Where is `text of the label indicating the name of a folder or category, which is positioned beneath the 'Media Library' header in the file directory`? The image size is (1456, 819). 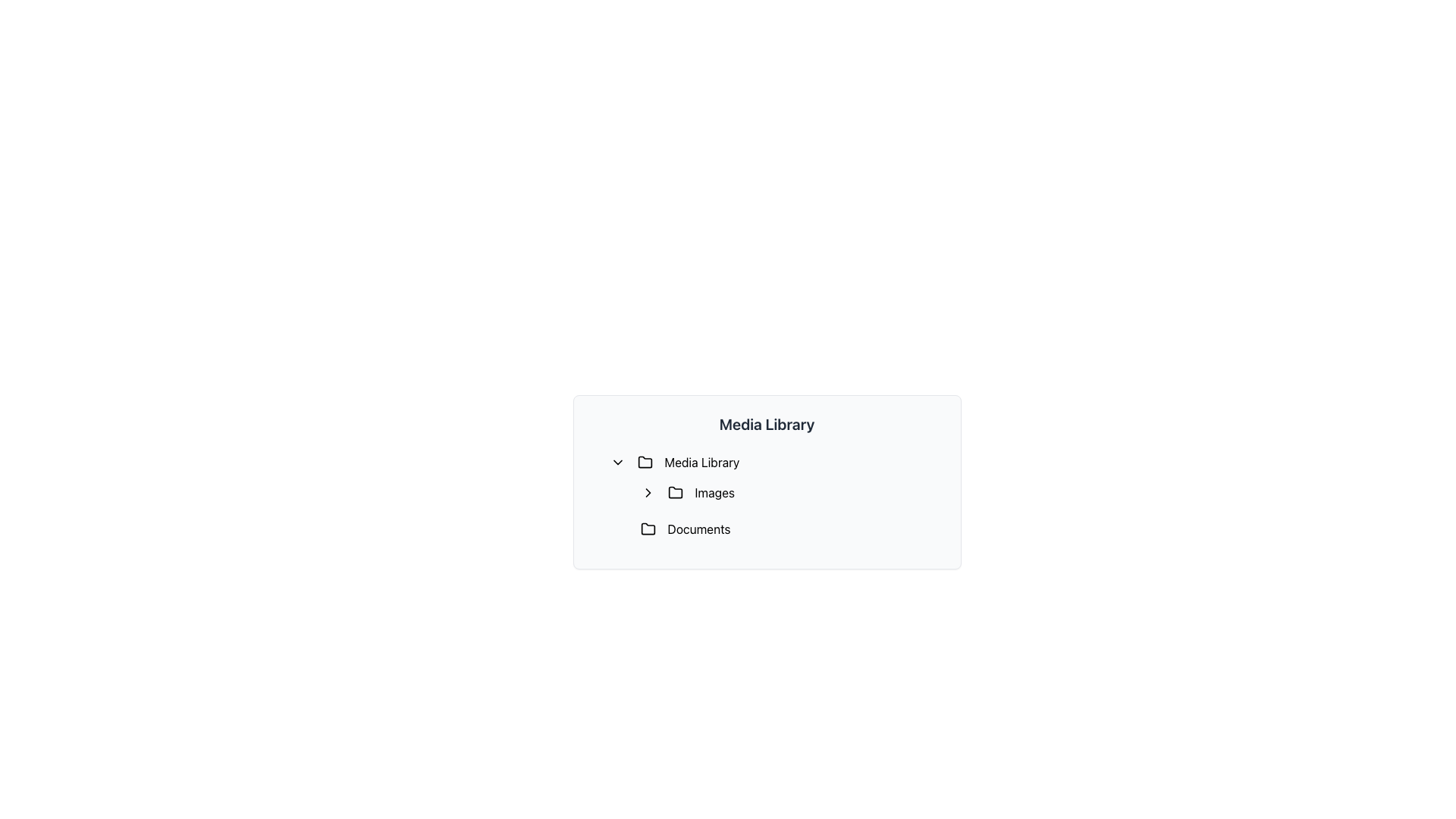 text of the label indicating the name of a folder or category, which is positioned beneath the 'Media Library' header in the file directory is located at coordinates (701, 461).